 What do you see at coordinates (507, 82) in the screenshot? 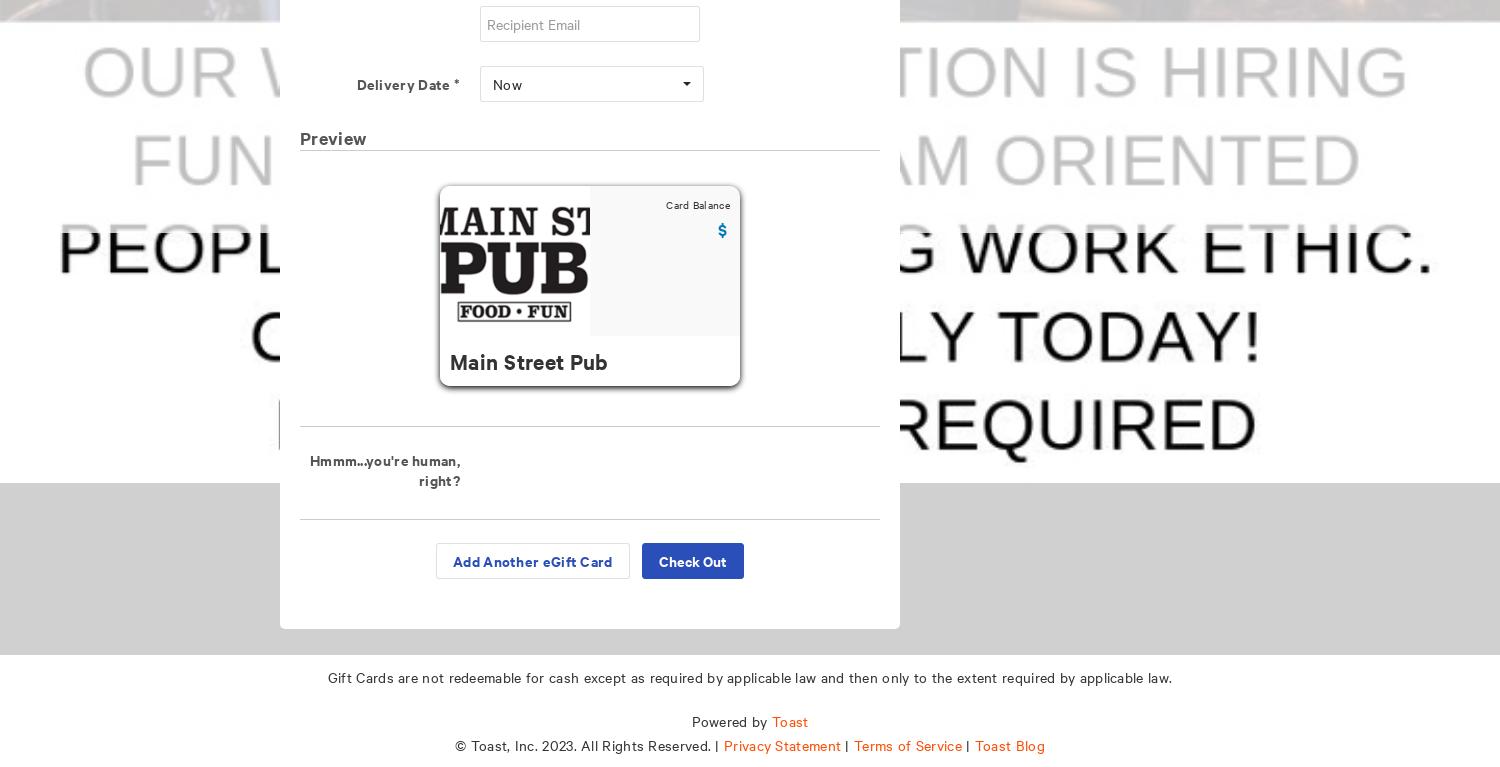
I see `'Now'` at bounding box center [507, 82].